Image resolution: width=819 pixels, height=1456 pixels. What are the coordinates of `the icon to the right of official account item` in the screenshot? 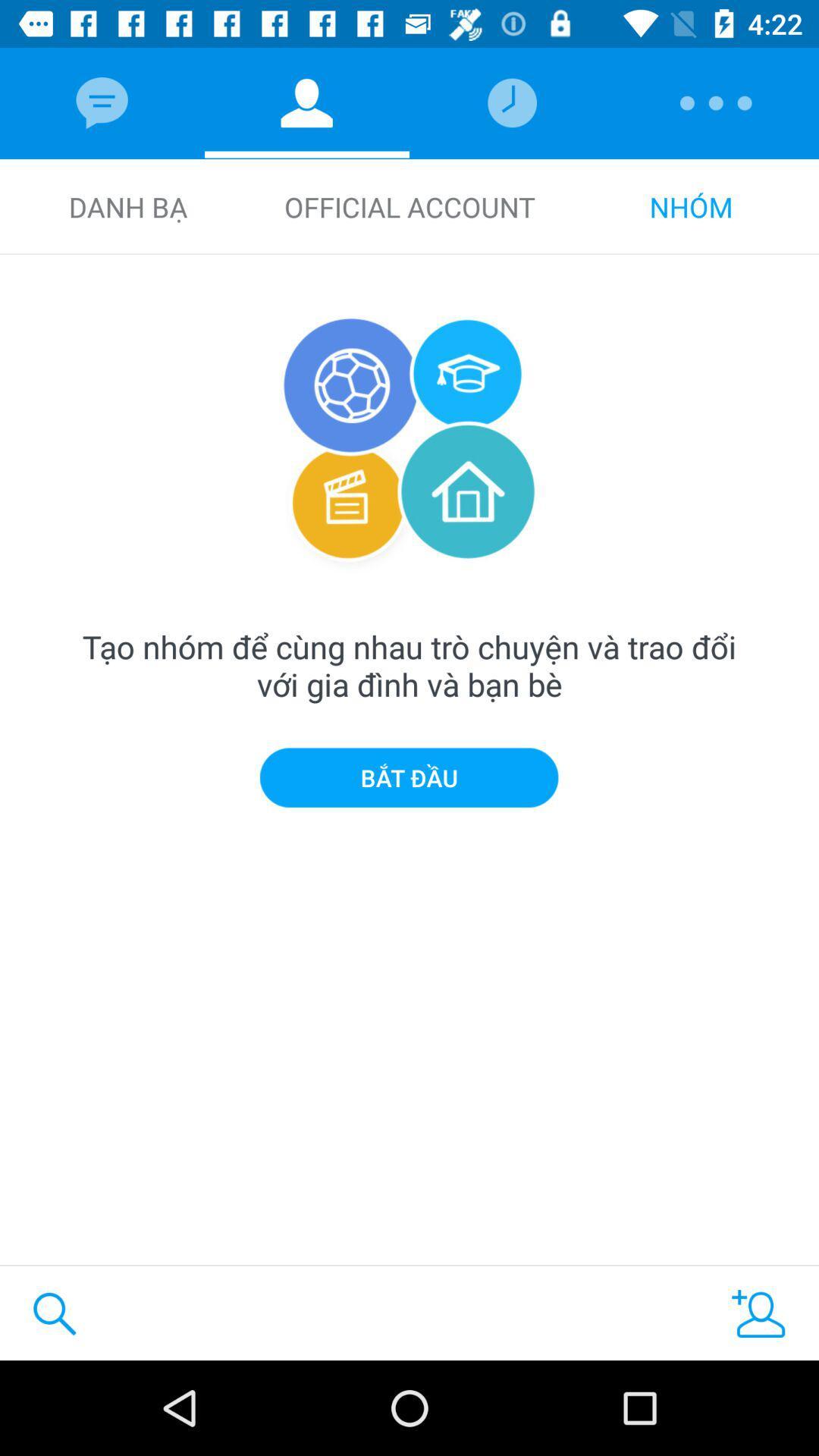 It's located at (691, 206).